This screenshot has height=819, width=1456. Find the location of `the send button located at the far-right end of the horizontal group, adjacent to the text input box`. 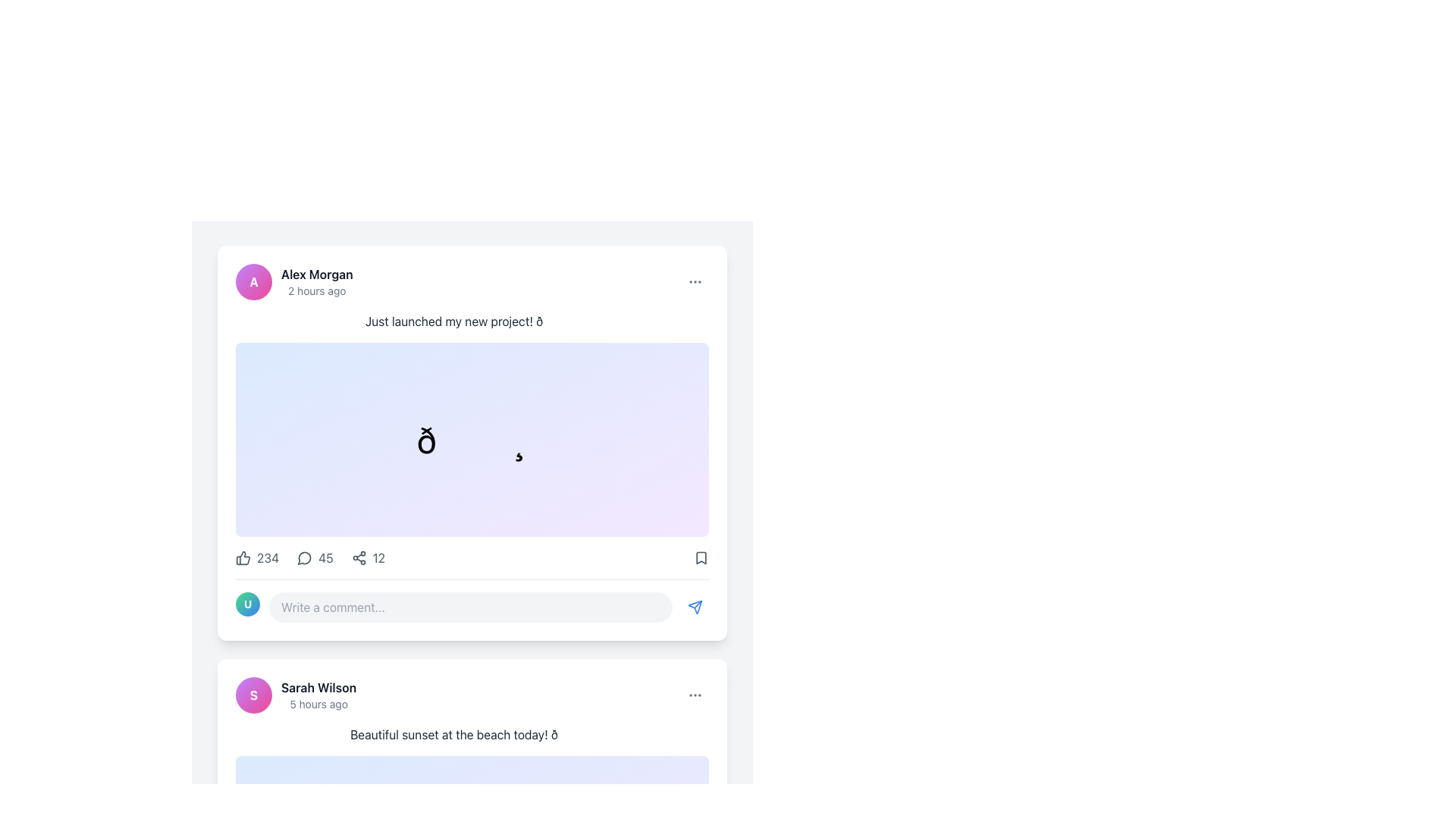

the send button located at the far-right end of the horizontal group, adjacent to the text input box is located at coordinates (694, 607).